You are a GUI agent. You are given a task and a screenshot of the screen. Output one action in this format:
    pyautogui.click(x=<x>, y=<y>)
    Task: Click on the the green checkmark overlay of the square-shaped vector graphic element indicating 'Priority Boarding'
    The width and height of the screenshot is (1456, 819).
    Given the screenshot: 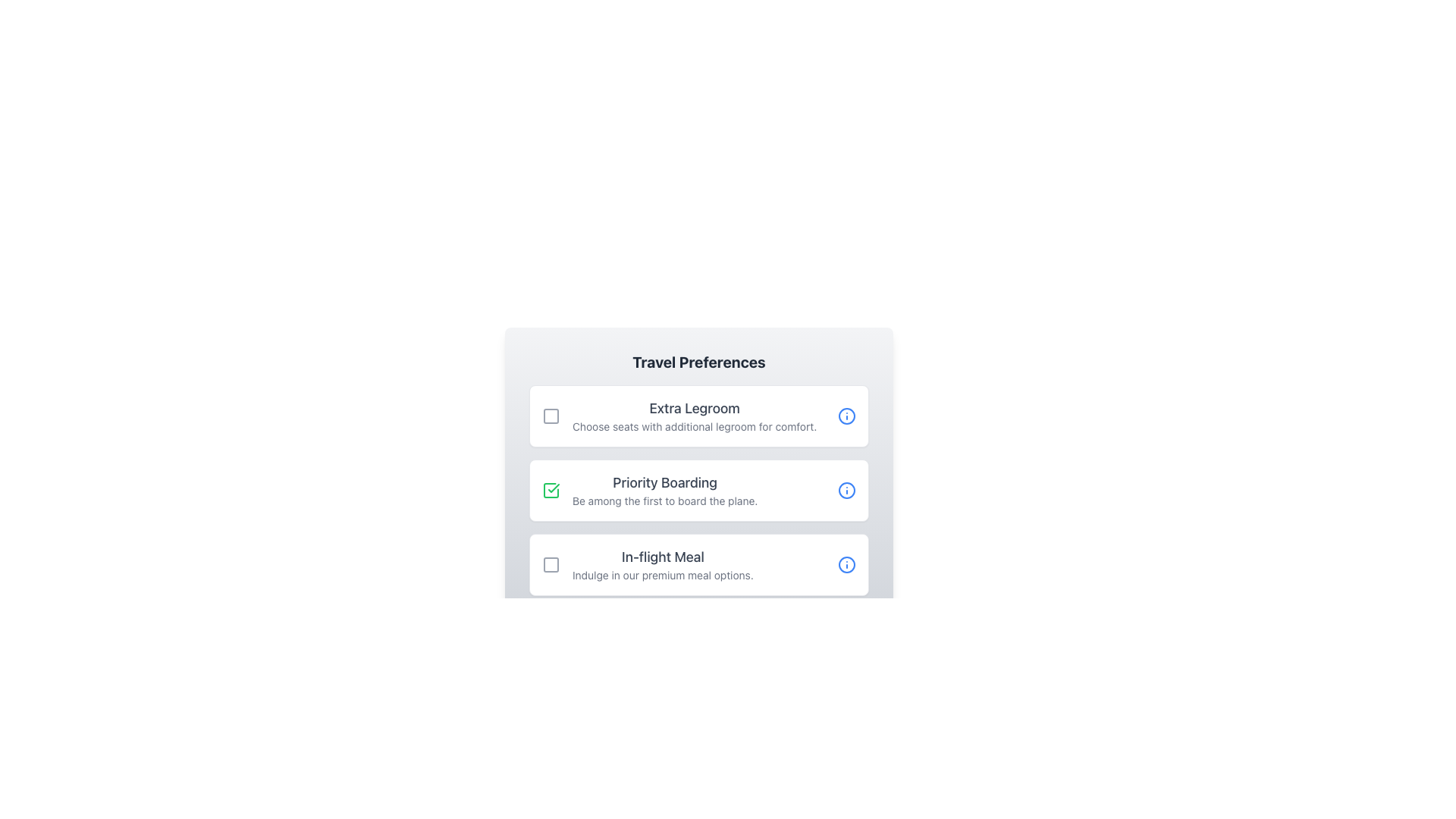 What is the action you would take?
    pyautogui.click(x=550, y=491)
    